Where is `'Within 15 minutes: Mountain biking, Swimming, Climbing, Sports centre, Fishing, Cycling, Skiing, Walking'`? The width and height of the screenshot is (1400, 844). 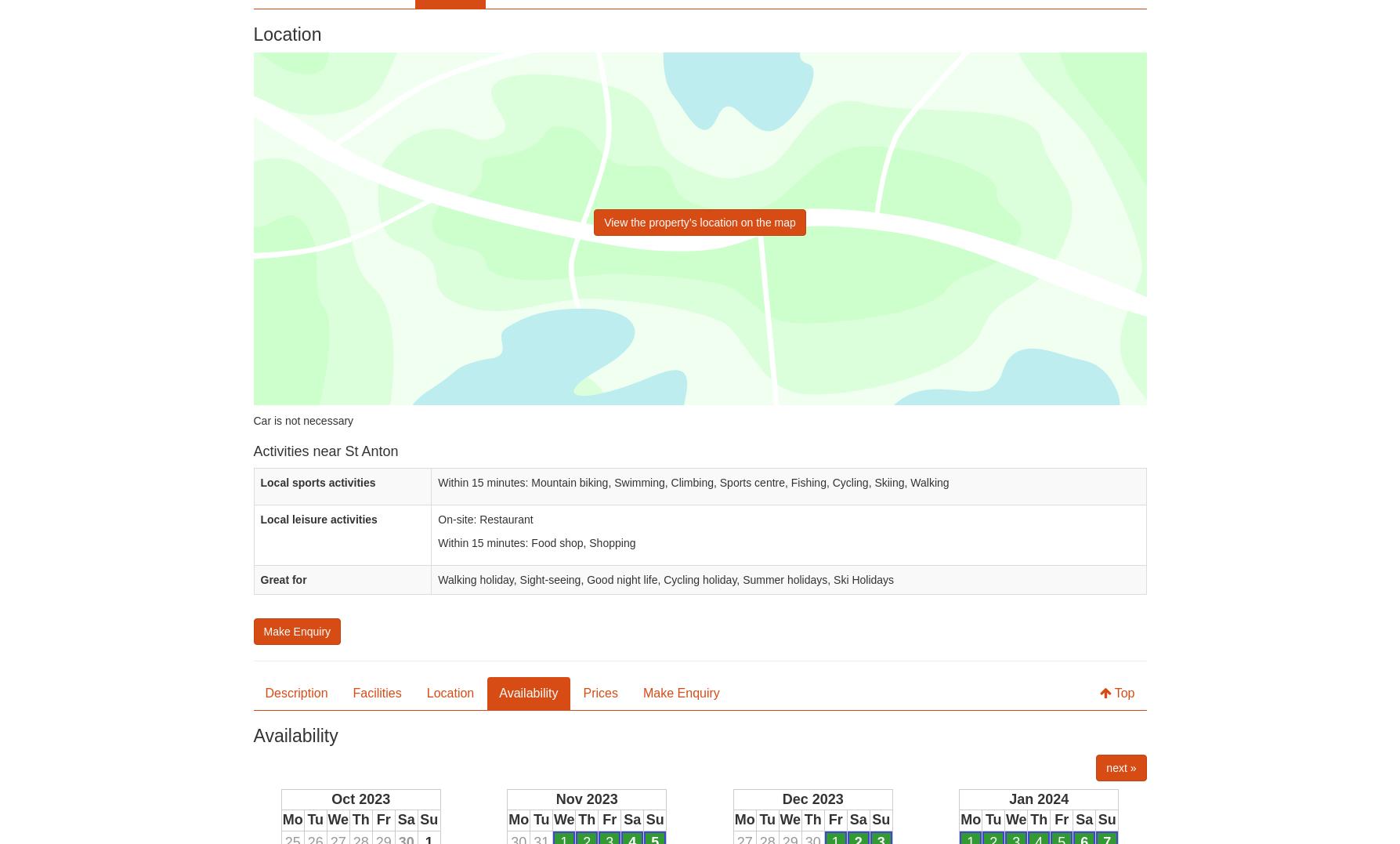 'Within 15 minutes: Mountain biking, Swimming, Climbing, Sports centre, Fishing, Cycling, Skiing, Walking' is located at coordinates (693, 480).